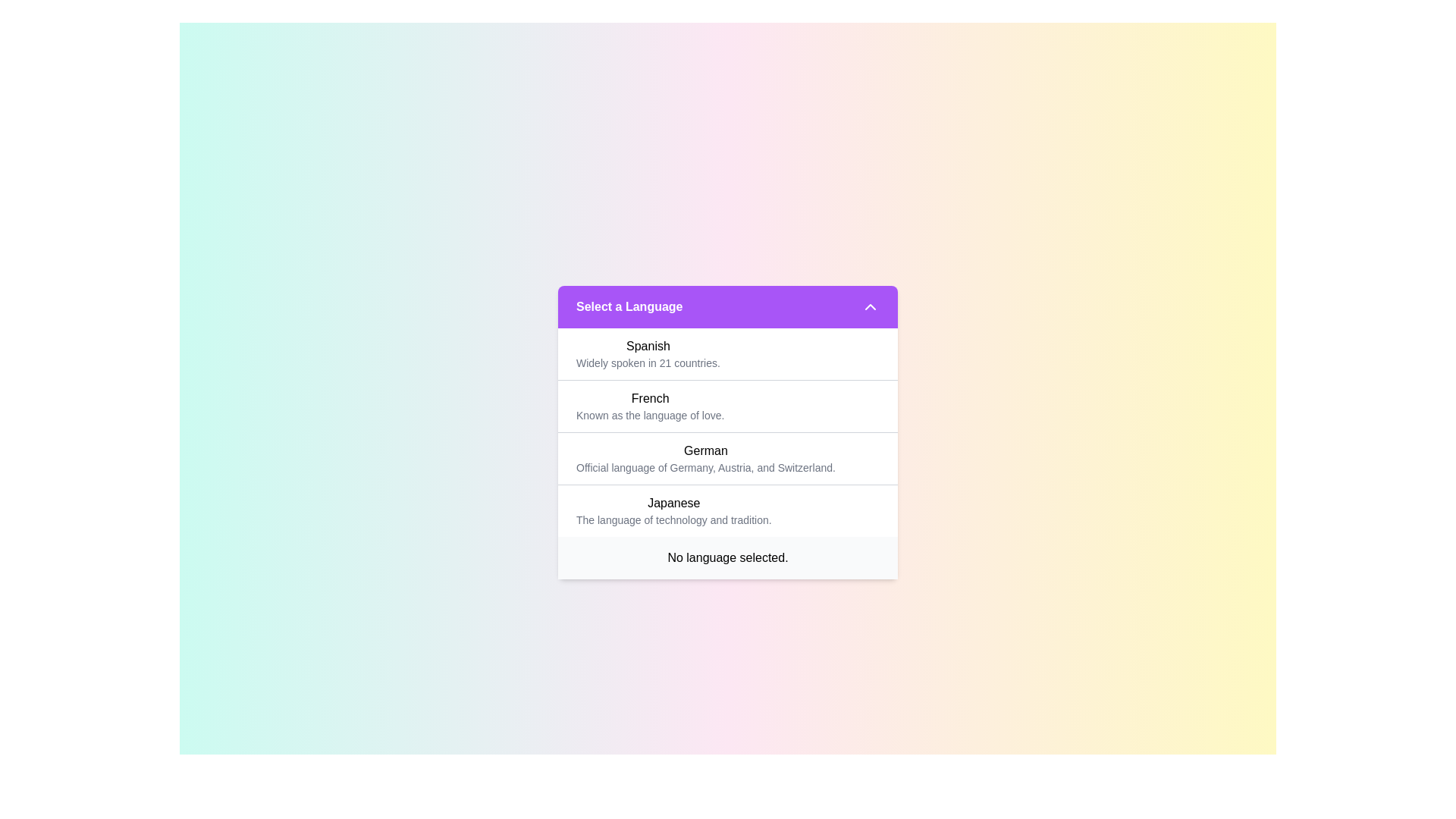 The image size is (1456, 819). I want to click on the third entry in the language selection list to choose 'German' as the preferred language, so click(705, 457).